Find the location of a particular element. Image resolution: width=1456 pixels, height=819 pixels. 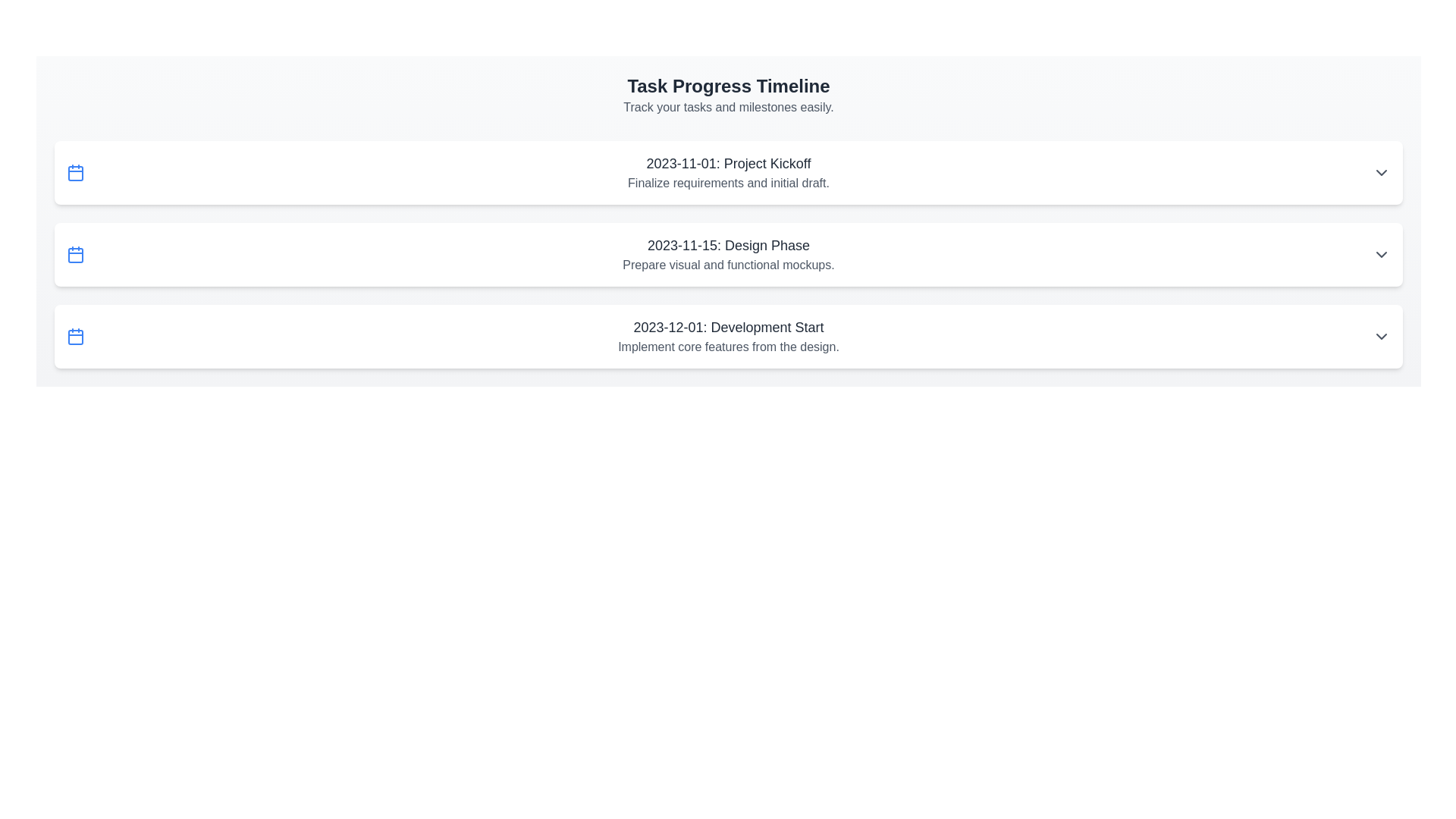

the date icon representing '2023-12-01: Development Start' located at the beginning of the third list item is located at coordinates (75, 335).